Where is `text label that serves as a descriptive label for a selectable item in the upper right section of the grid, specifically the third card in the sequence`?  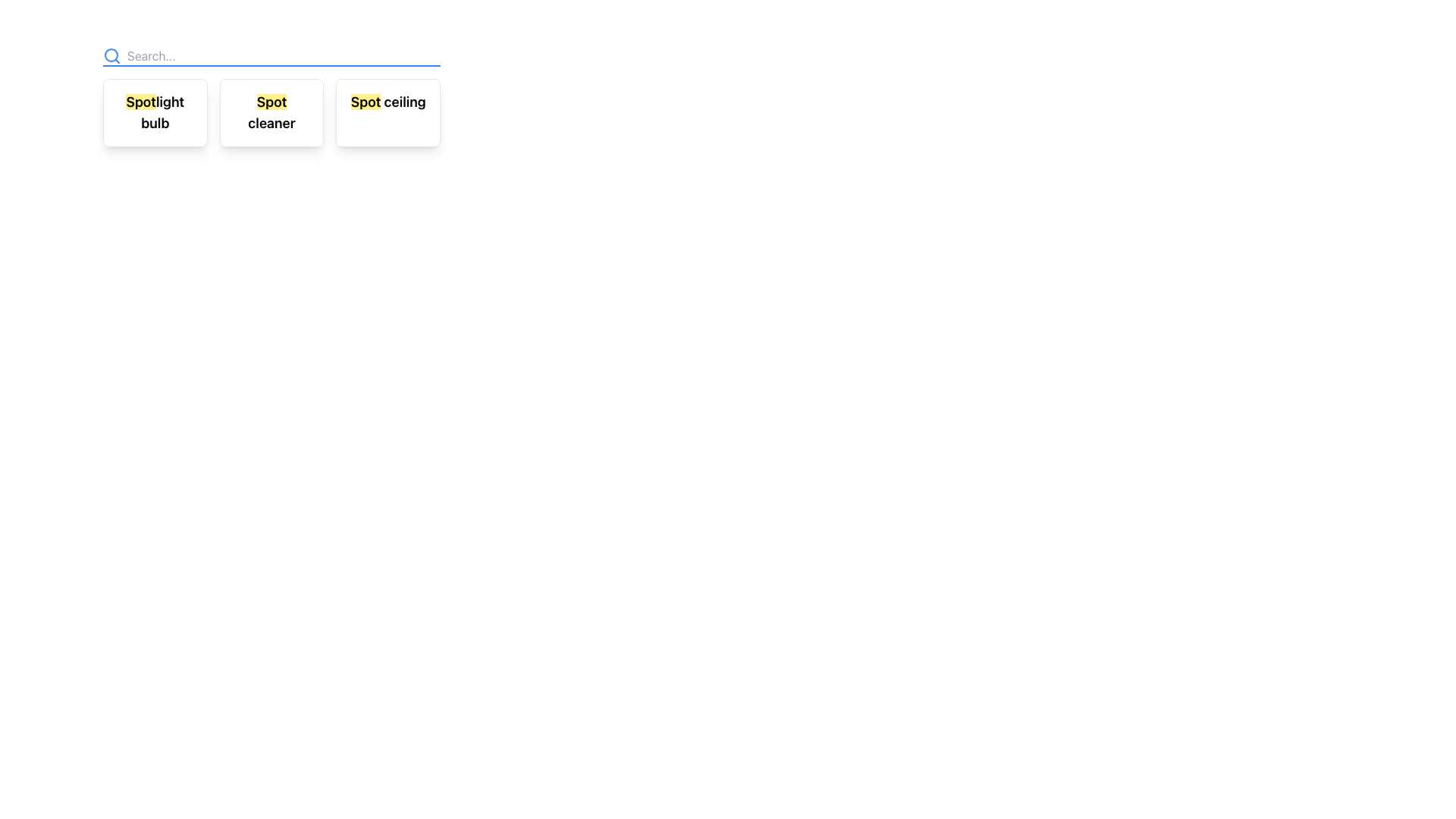
text label that serves as a descriptive label for a selectable item in the upper right section of the grid, specifically the third card in the sequence is located at coordinates (388, 102).